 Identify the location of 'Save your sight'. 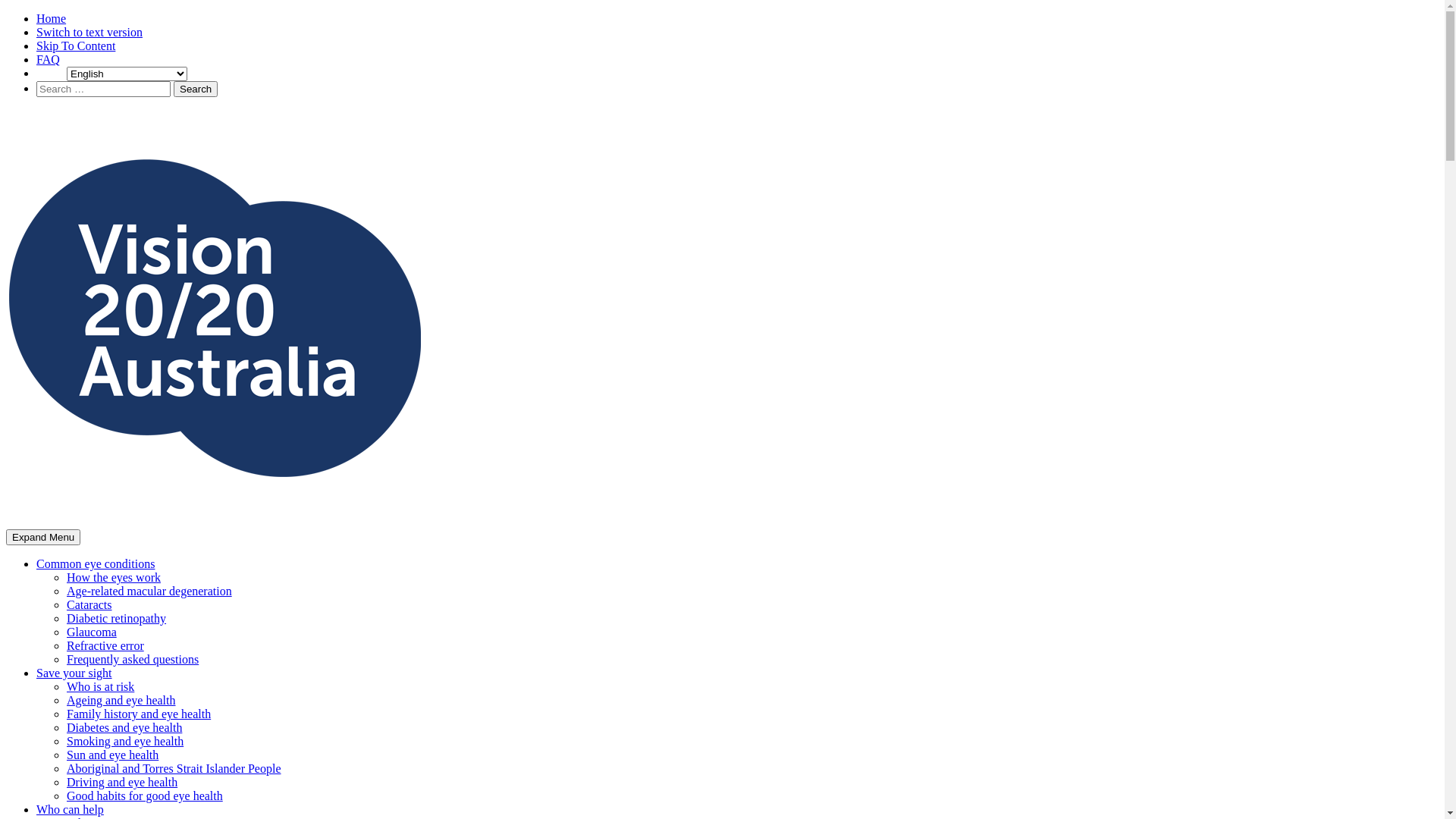
(73, 672).